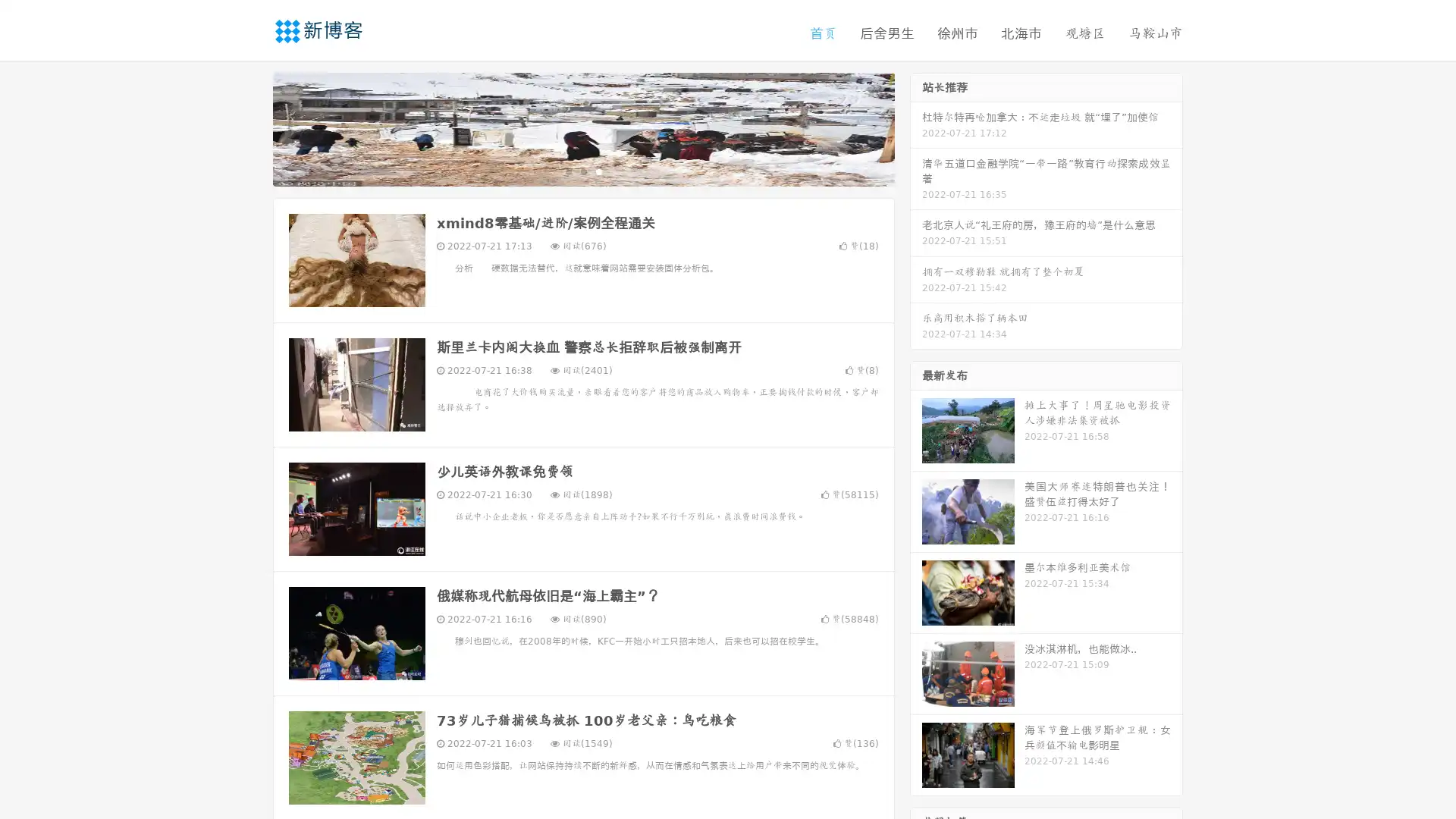  Describe the element at coordinates (916, 127) in the screenshot. I see `Next slide` at that location.